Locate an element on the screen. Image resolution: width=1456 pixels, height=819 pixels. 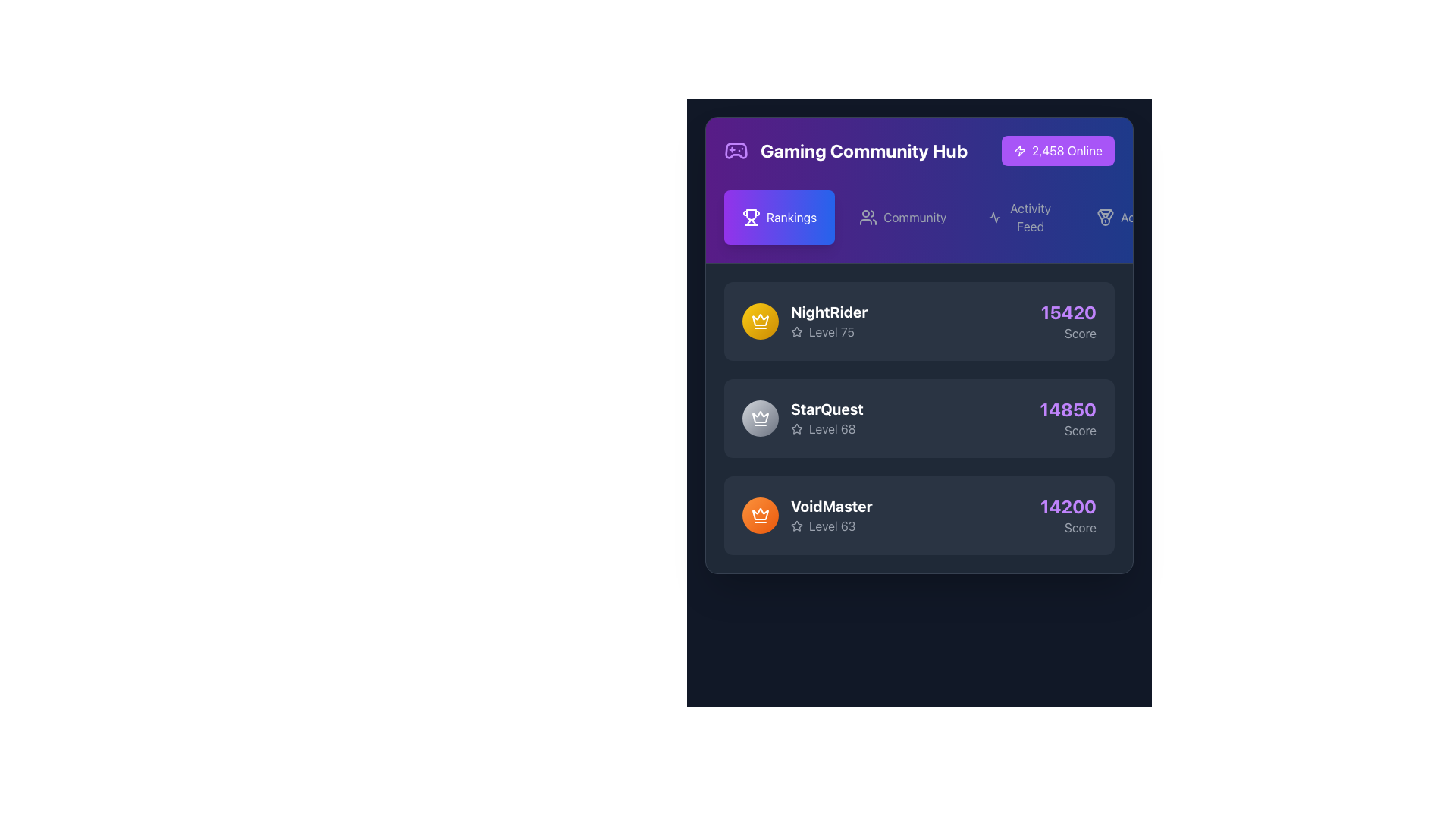
large bold purple number '15420' displayed in the top-right corner of the card labeled 'NightRider' and 'Level 75', which serves as a score indicator is located at coordinates (1068, 312).